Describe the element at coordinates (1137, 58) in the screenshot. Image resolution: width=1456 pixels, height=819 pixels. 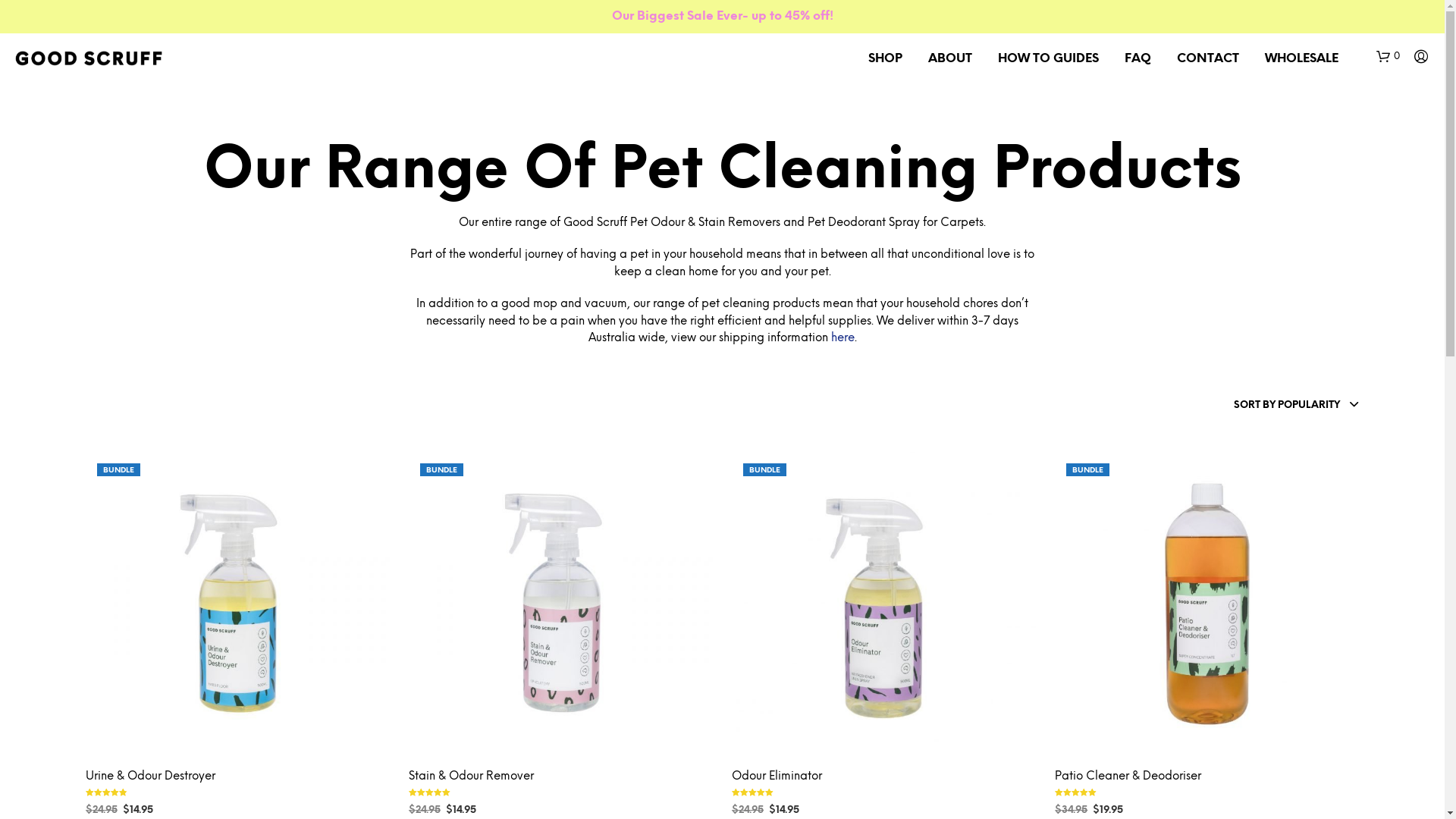
I see `'FAQ'` at that location.